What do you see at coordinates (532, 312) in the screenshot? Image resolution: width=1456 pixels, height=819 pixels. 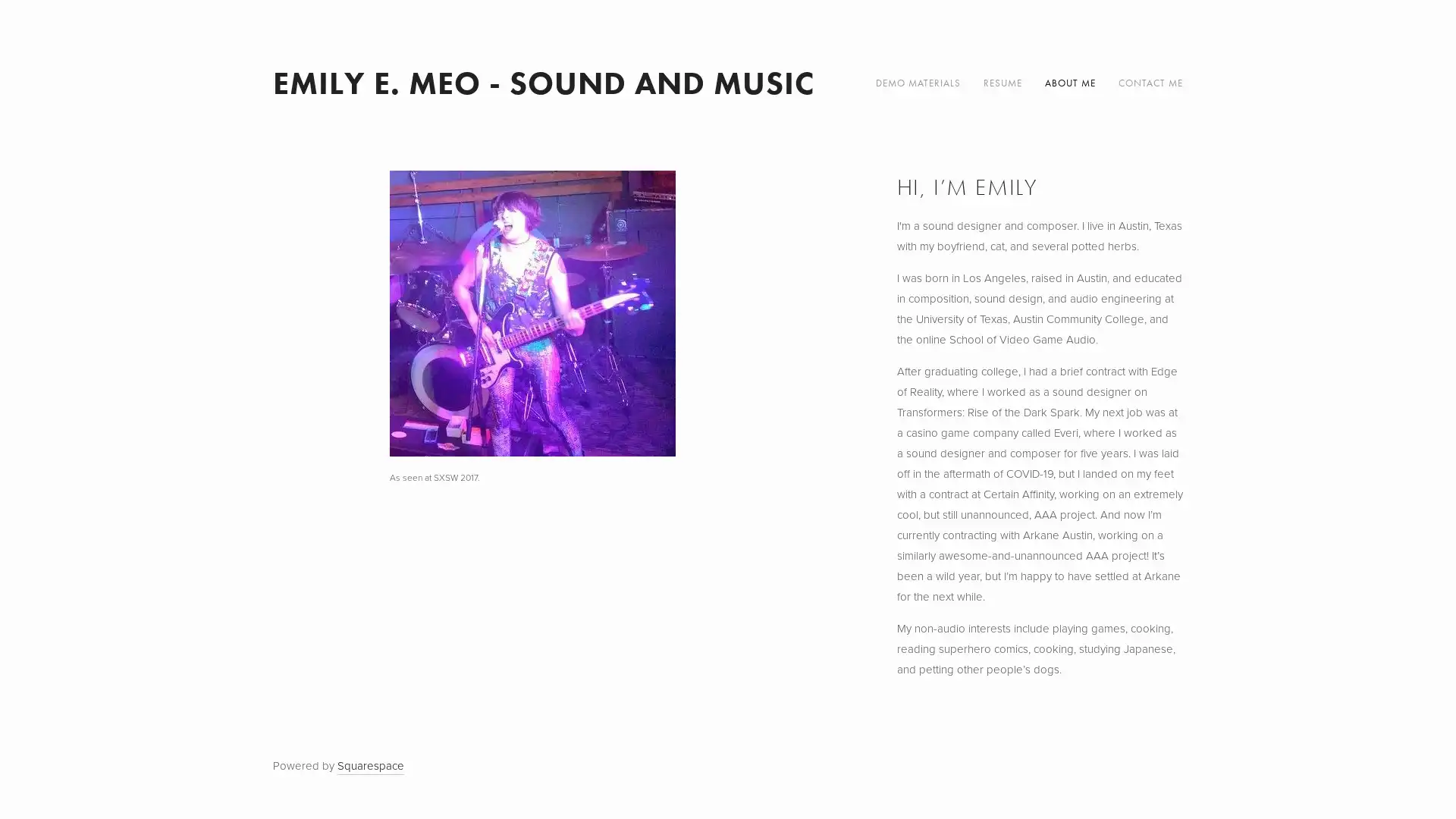 I see `View fullsize As seen at SXSW 2017.` at bounding box center [532, 312].